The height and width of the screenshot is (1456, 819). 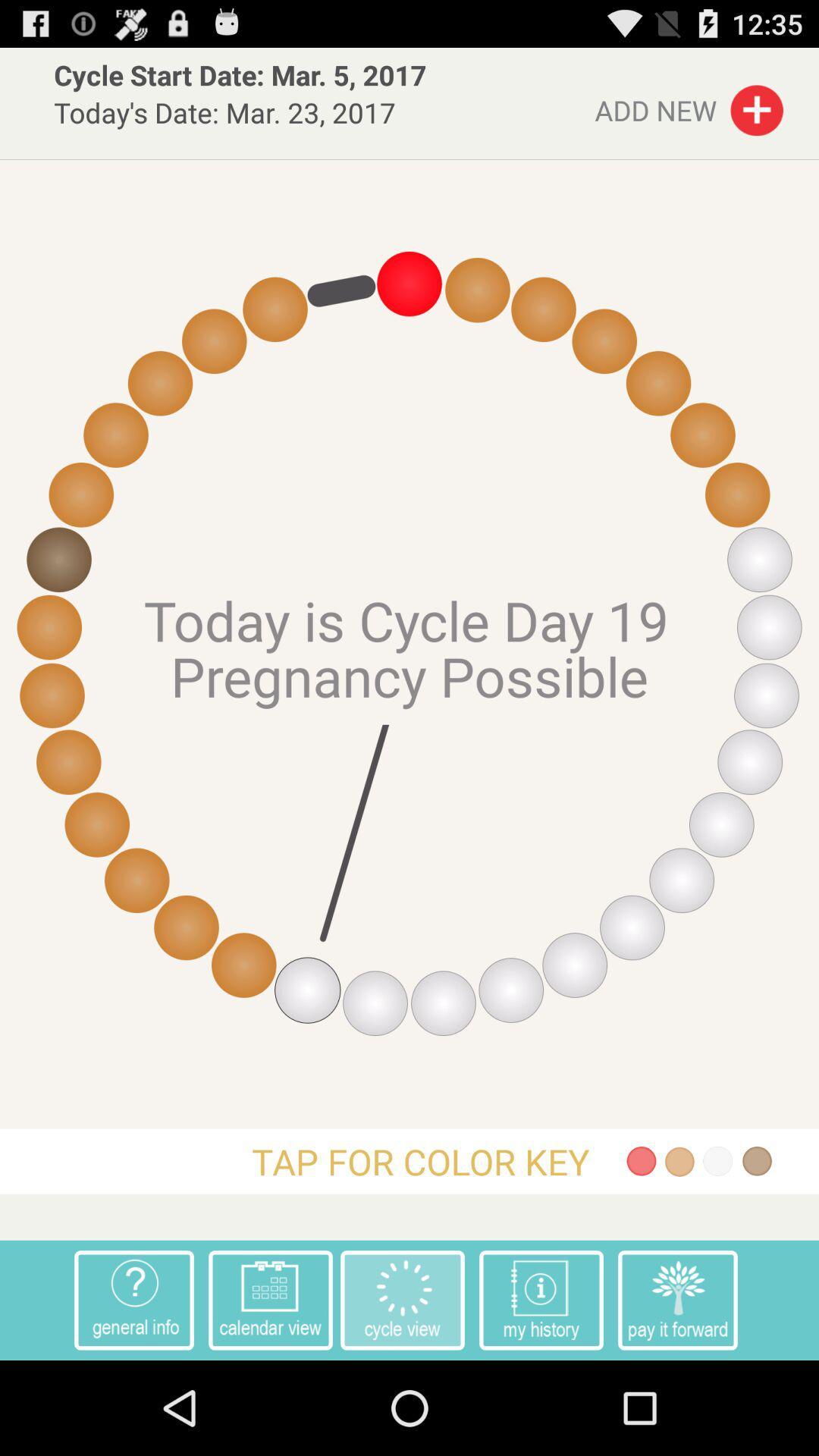 What do you see at coordinates (677, 1299) in the screenshot?
I see `the item next to the   item` at bounding box center [677, 1299].